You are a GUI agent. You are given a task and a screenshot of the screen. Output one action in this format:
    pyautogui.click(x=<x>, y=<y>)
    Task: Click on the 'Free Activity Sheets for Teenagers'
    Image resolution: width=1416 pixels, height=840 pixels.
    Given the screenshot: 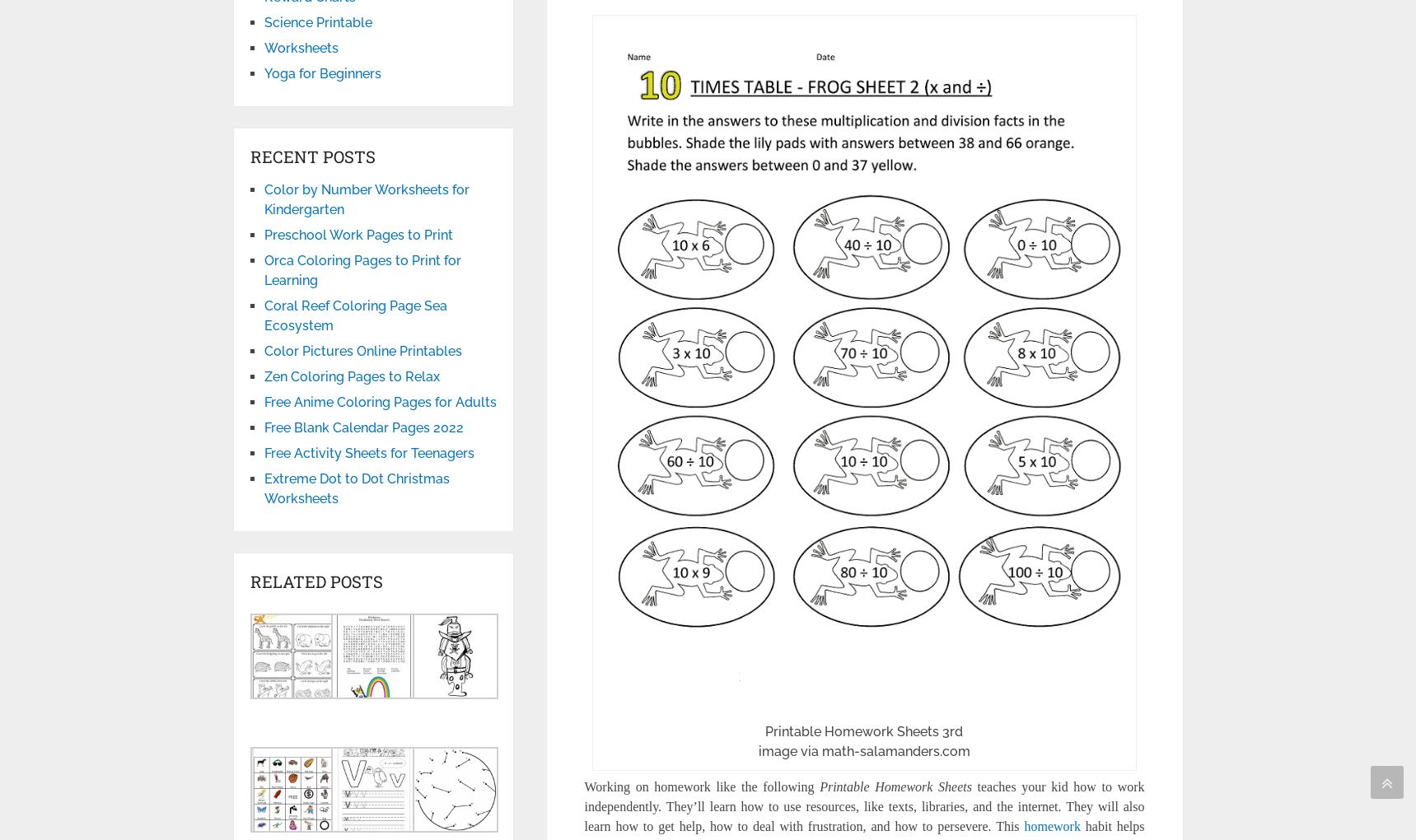 What is the action you would take?
    pyautogui.click(x=368, y=452)
    